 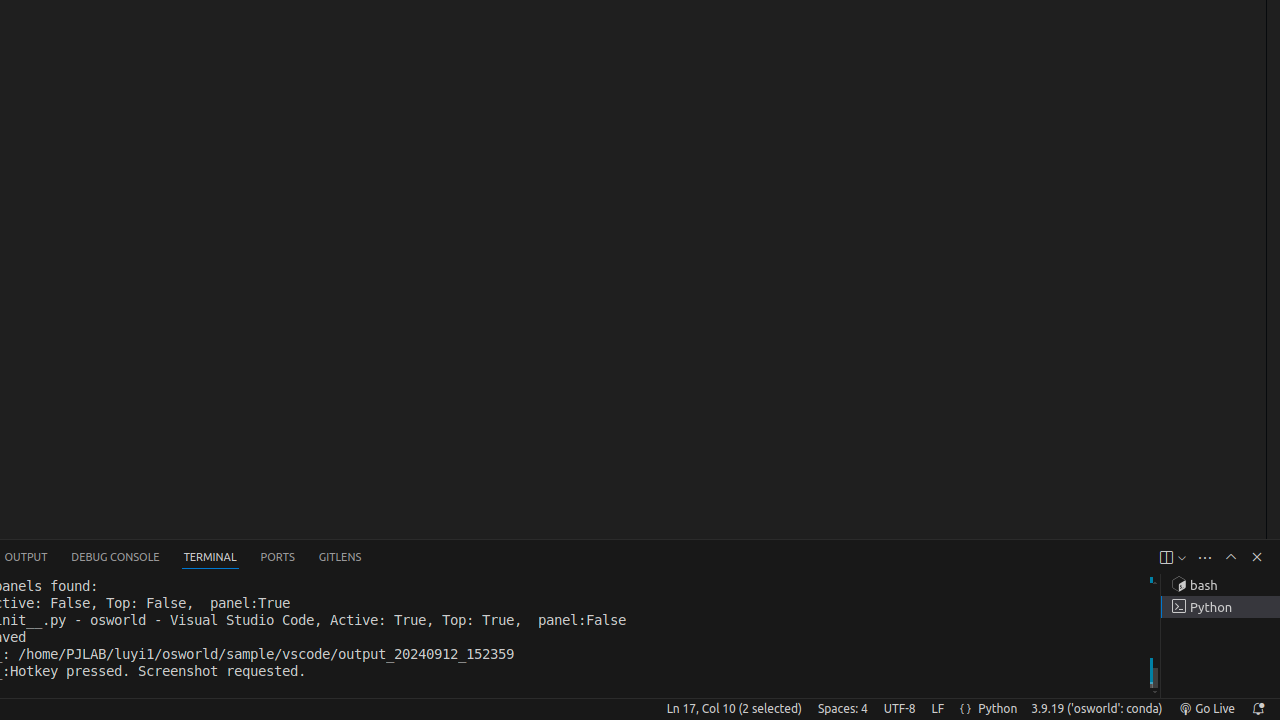 What do you see at coordinates (1256, 707) in the screenshot?
I see `'Notifications'` at bounding box center [1256, 707].